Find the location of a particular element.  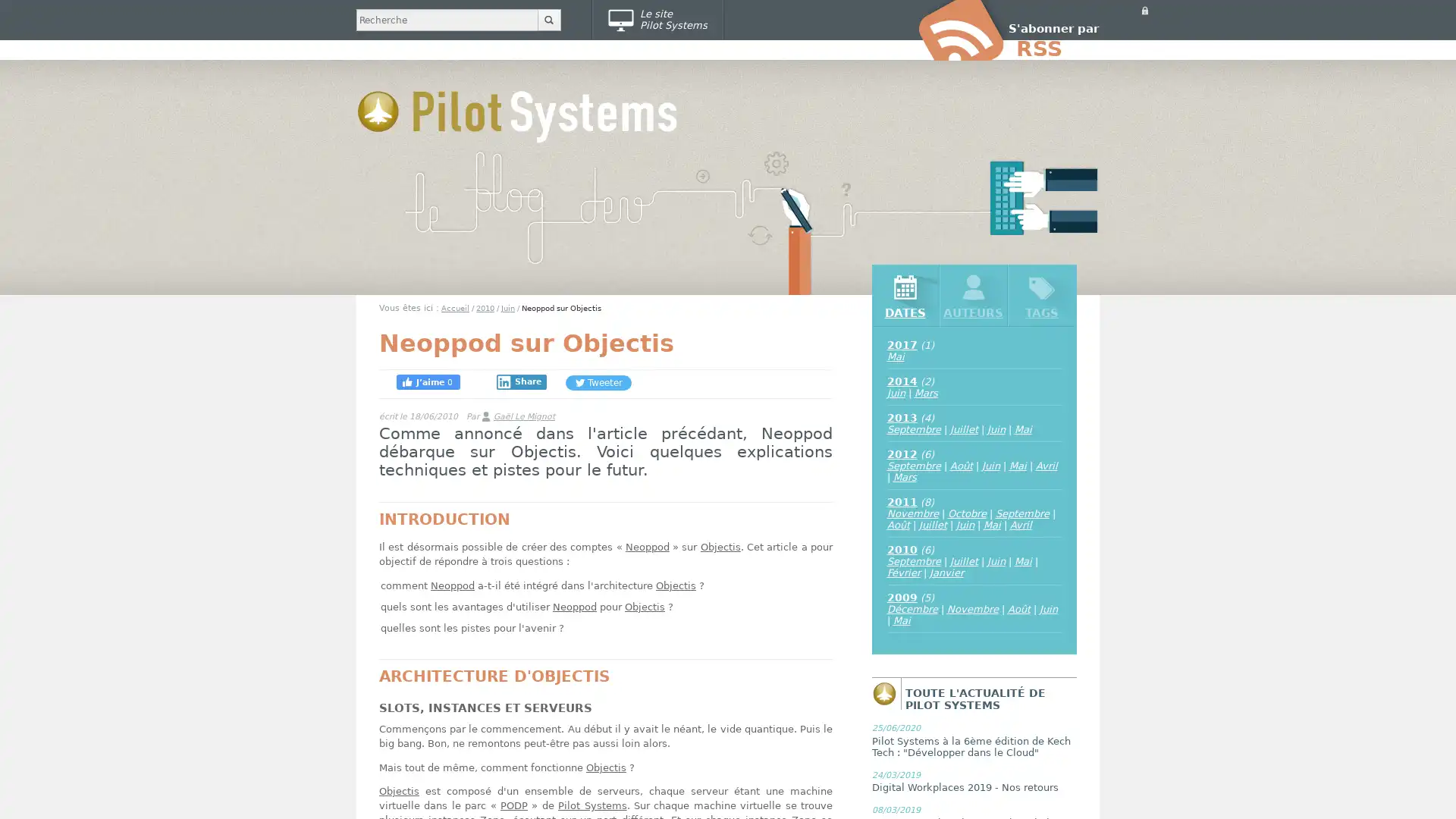

Share is located at coordinates (521, 381).